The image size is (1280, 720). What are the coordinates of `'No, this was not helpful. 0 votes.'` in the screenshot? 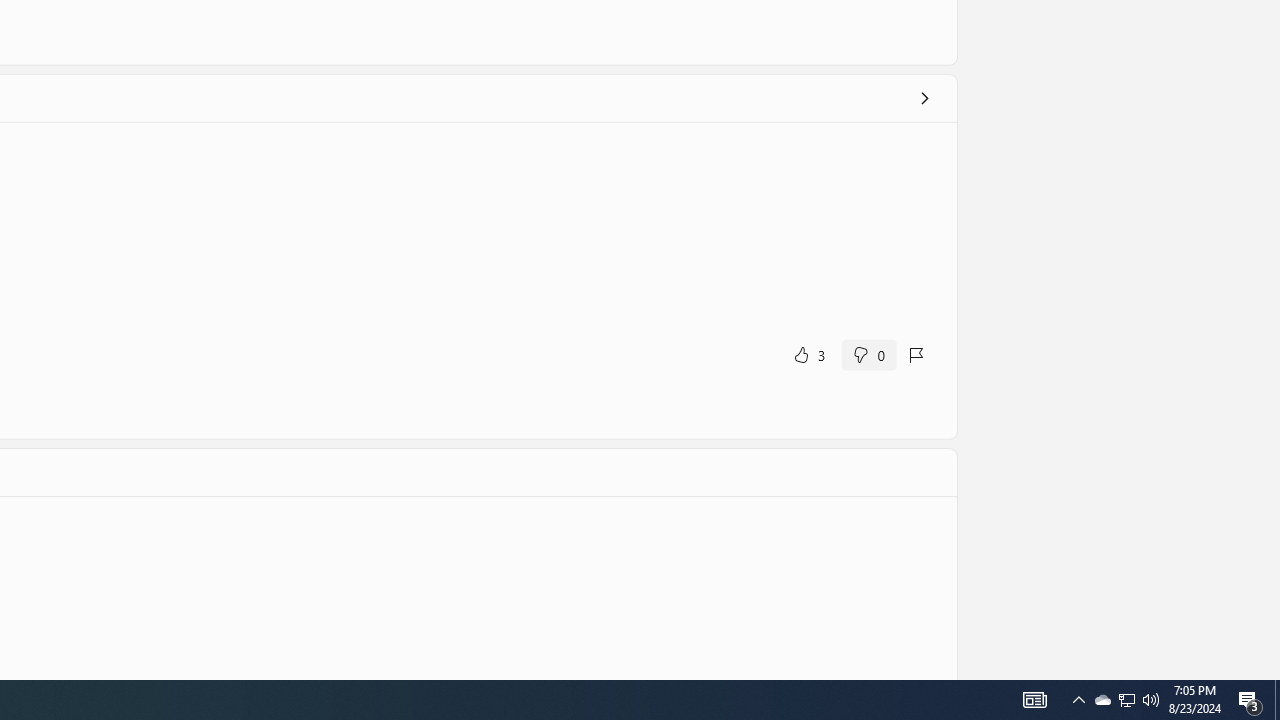 It's located at (868, 353).